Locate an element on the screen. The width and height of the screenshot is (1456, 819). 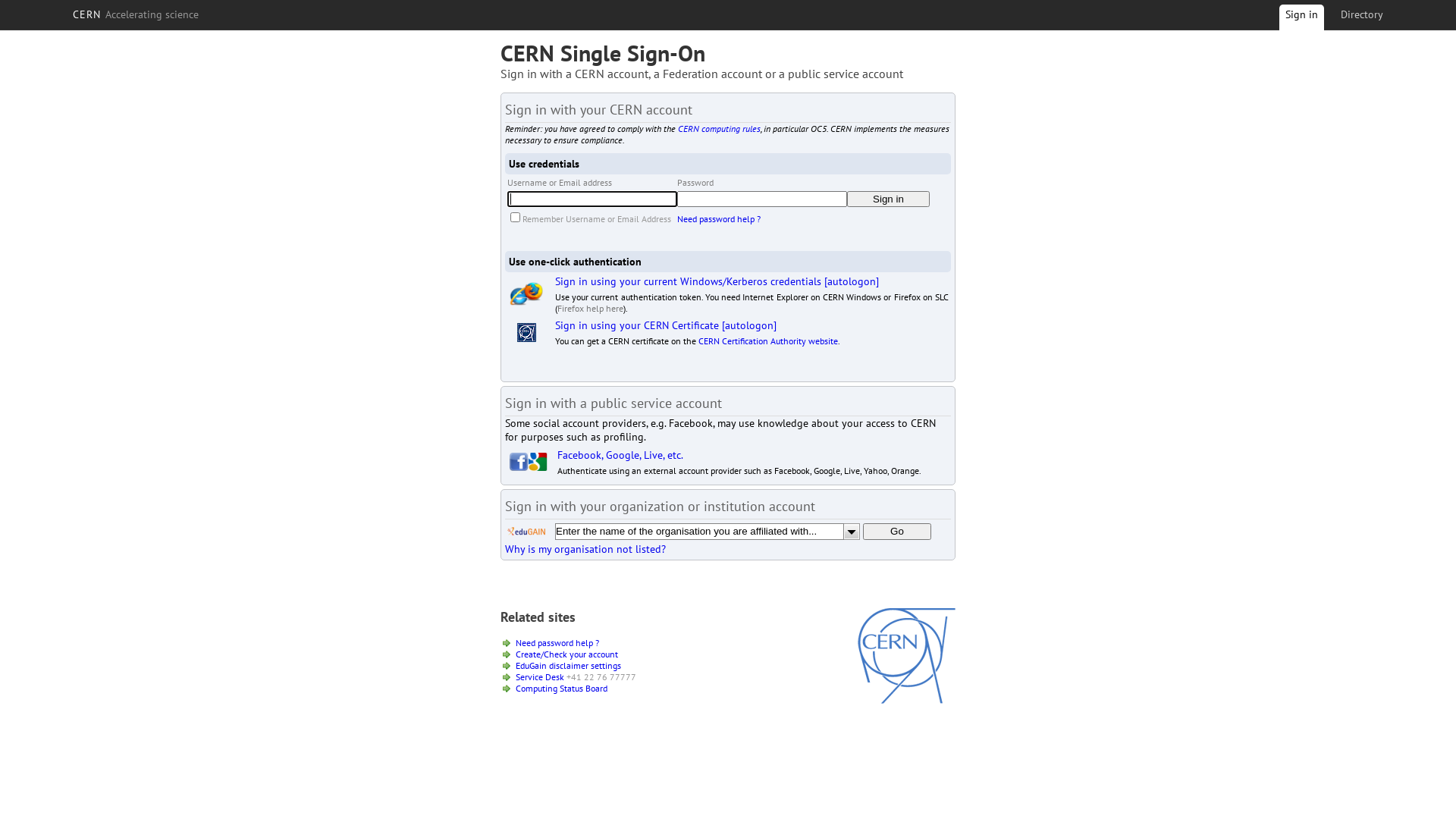
'CERN' is located at coordinates (858, 699).